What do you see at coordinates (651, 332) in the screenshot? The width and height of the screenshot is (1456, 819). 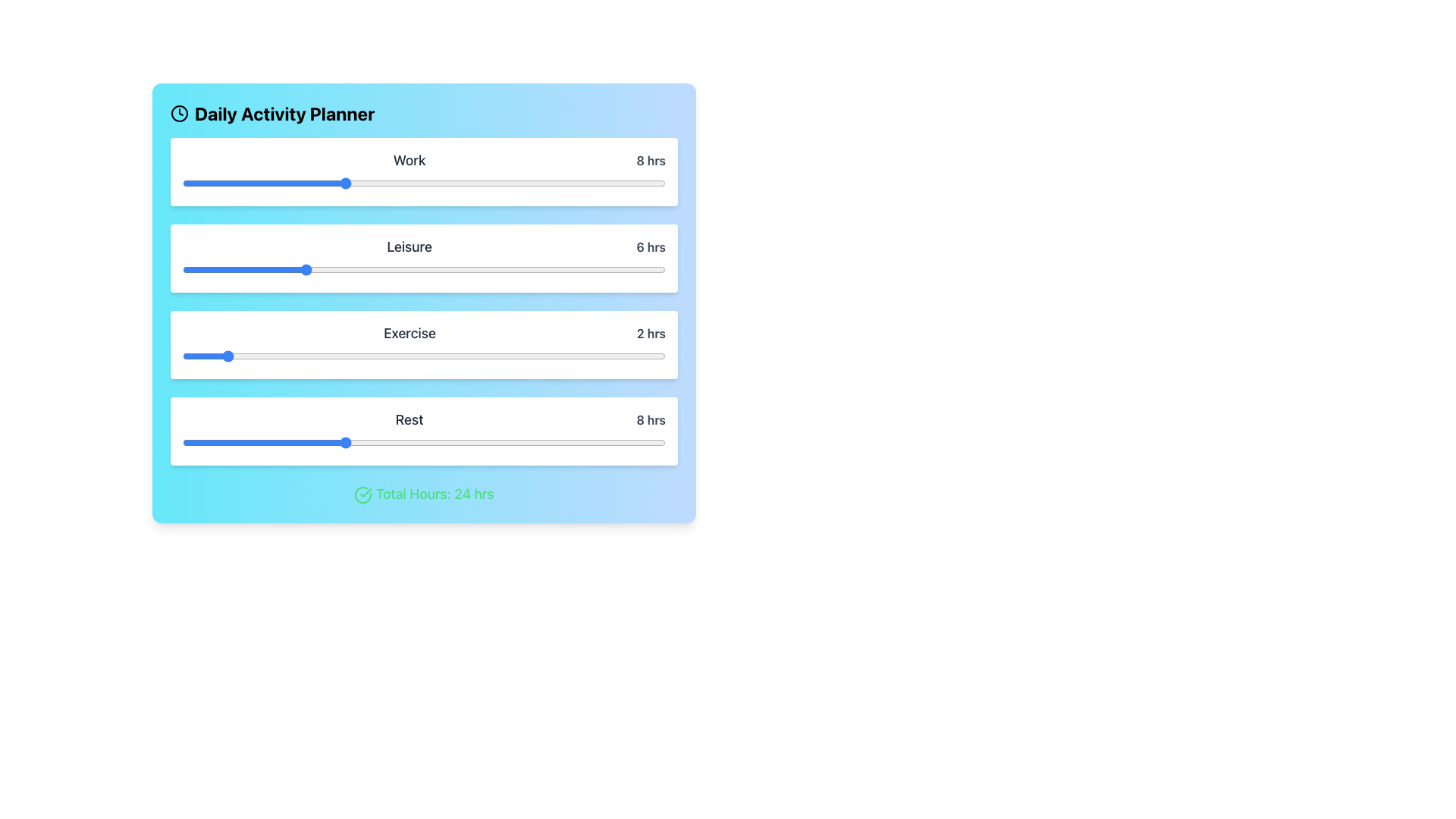 I see `the informational Text Label displaying the duration for 'Exercise' in the Daily Activity Planner interface` at bounding box center [651, 332].